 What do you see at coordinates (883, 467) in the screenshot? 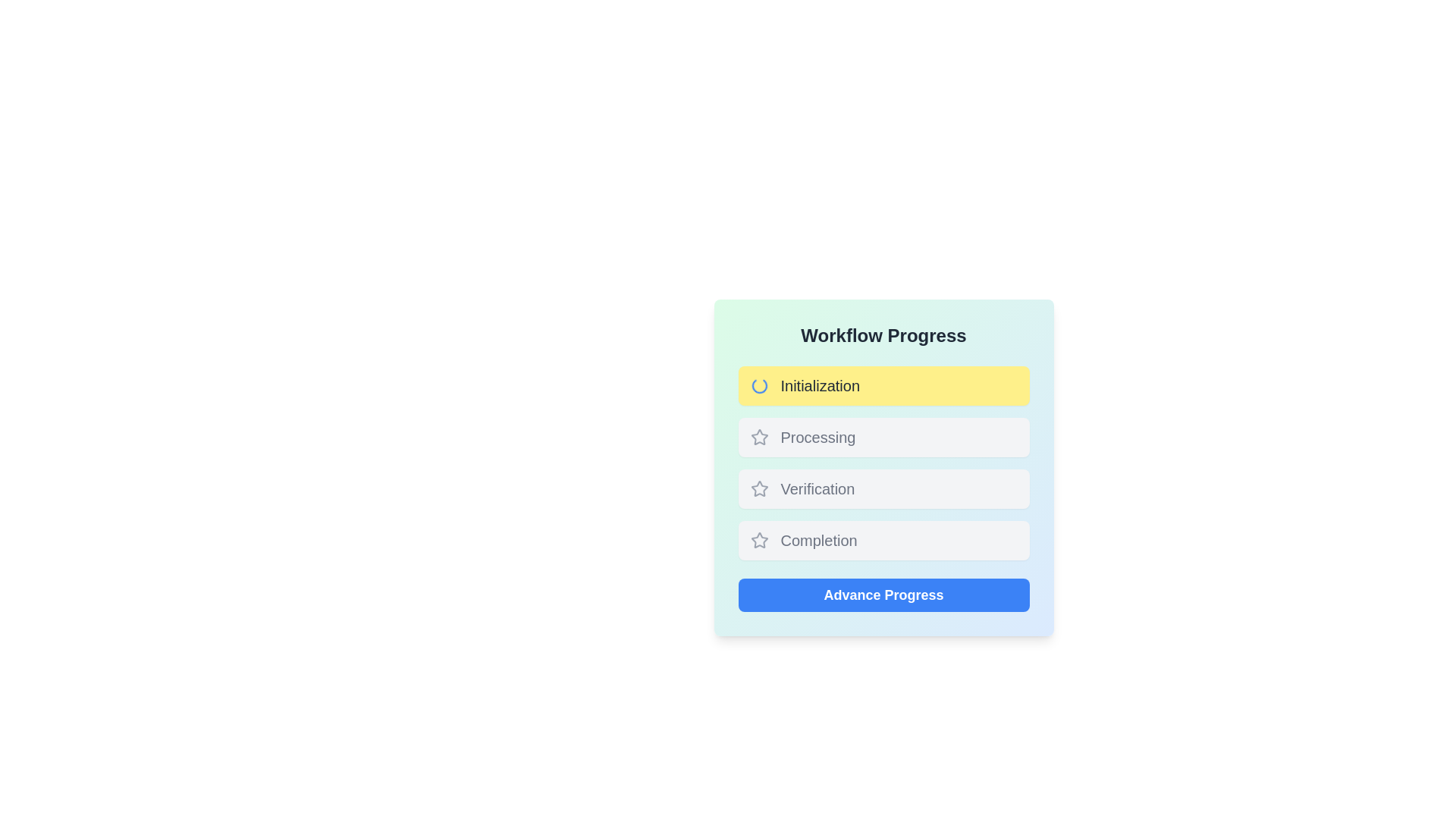
I see `the progress through the workflow by interacting with the composite UI component displaying workflow statuses and an 'Advance Progress' button located below the 'Workflow Progress' header` at bounding box center [883, 467].